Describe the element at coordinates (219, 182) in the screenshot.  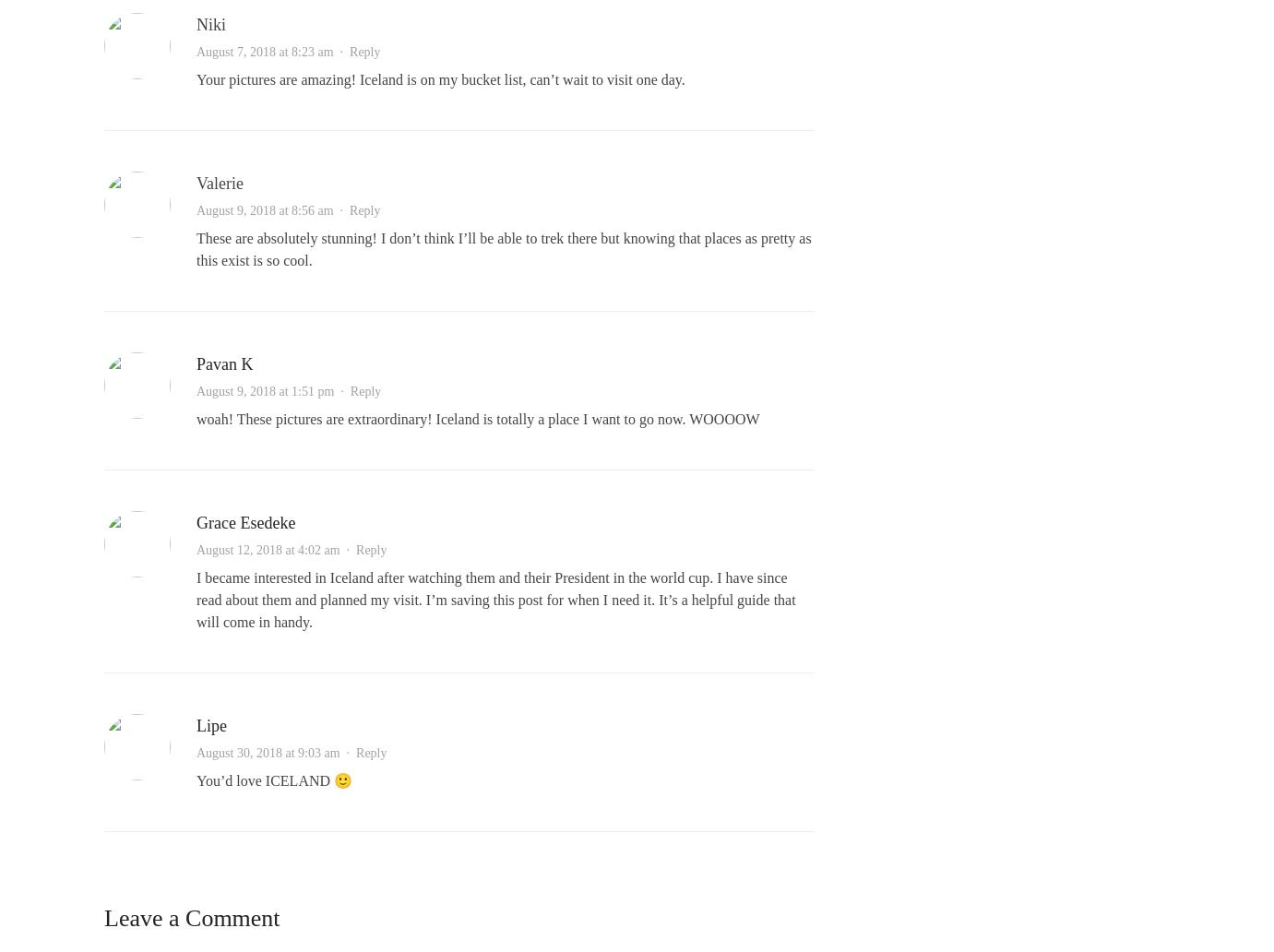
I see `'Valerie'` at that location.